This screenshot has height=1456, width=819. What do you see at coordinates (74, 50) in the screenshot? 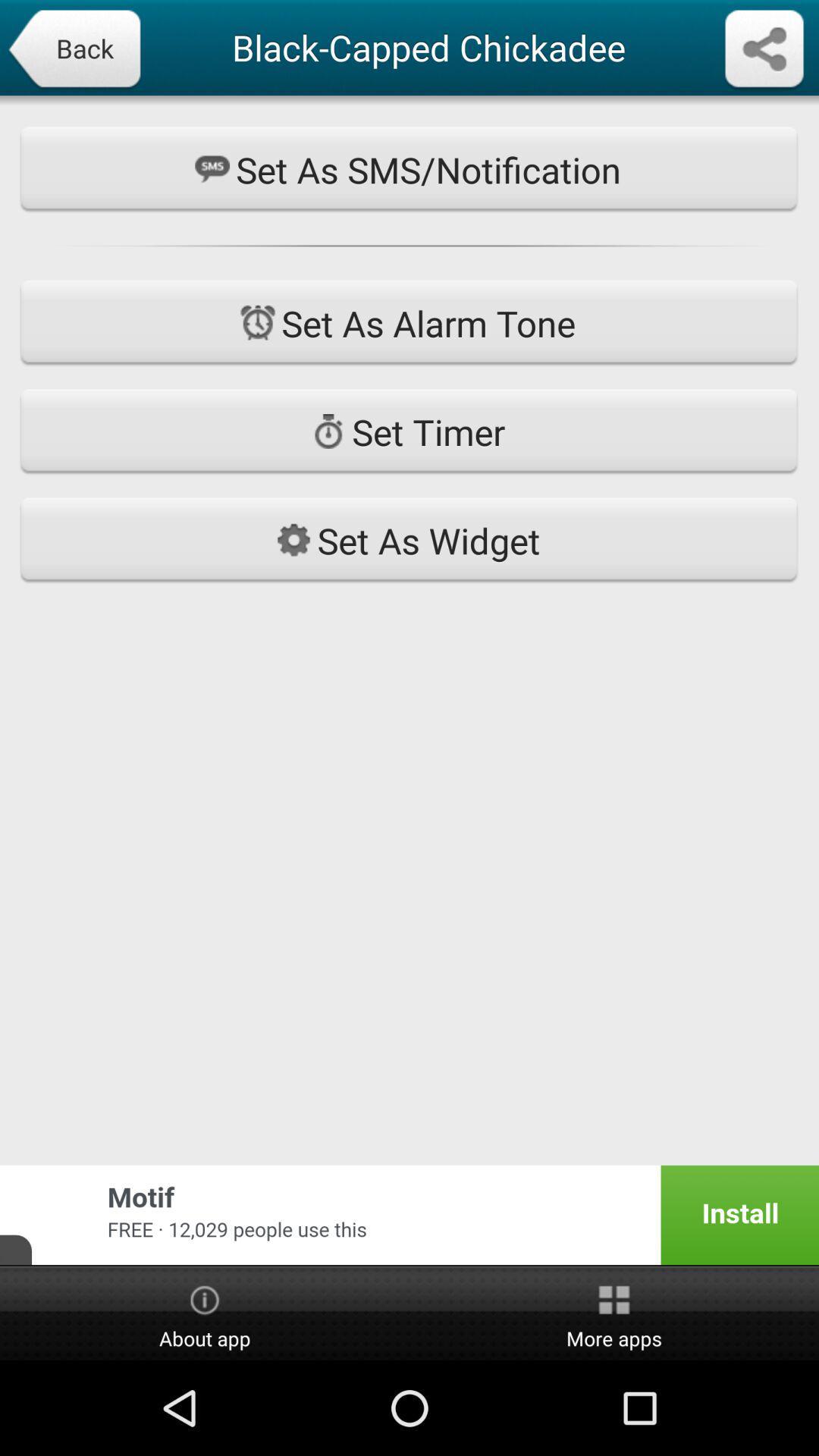
I see `the back item` at bounding box center [74, 50].